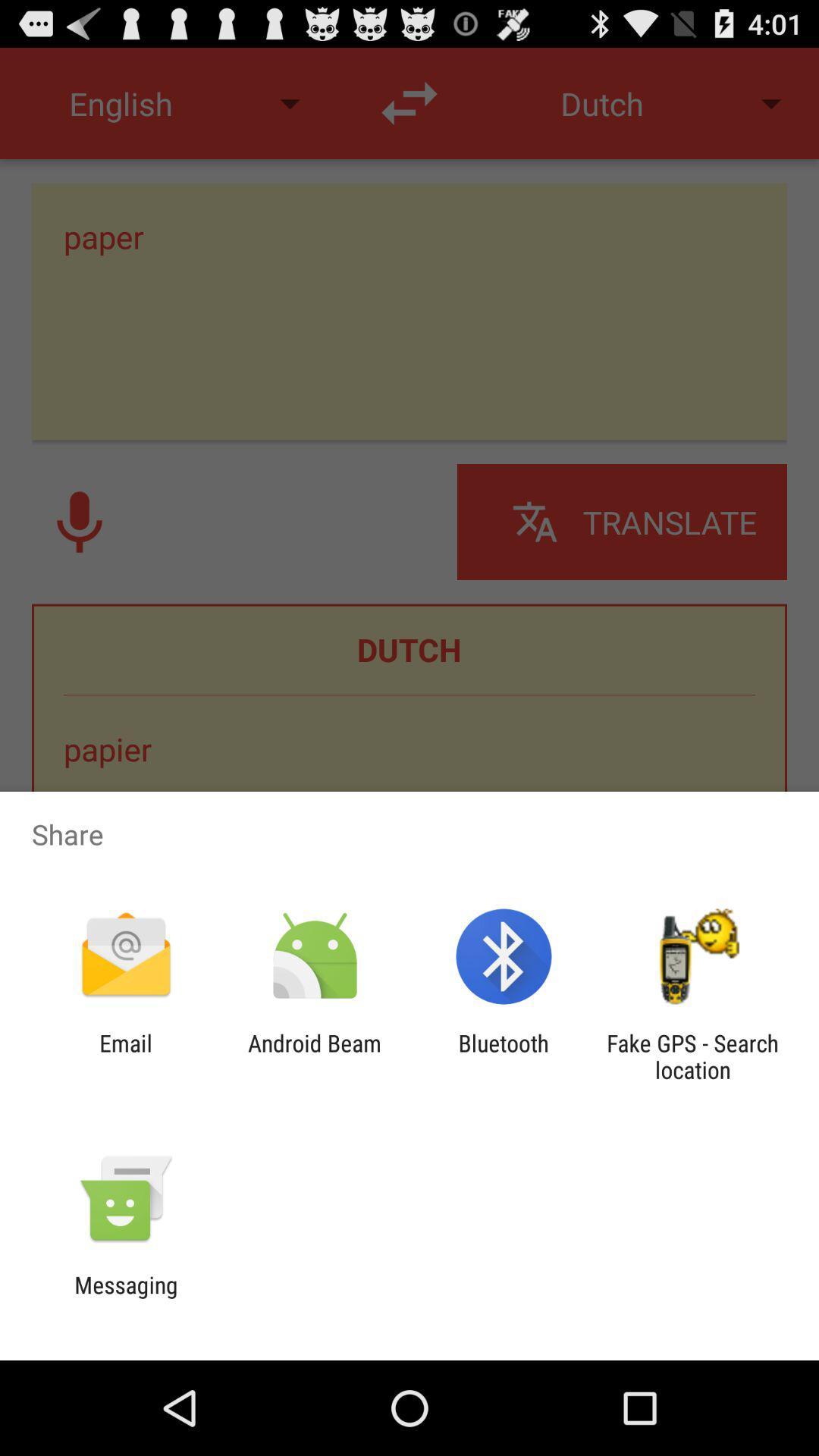 The image size is (819, 1456). What do you see at coordinates (504, 1056) in the screenshot?
I see `the item to the right of android beam item` at bounding box center [504, 1056].